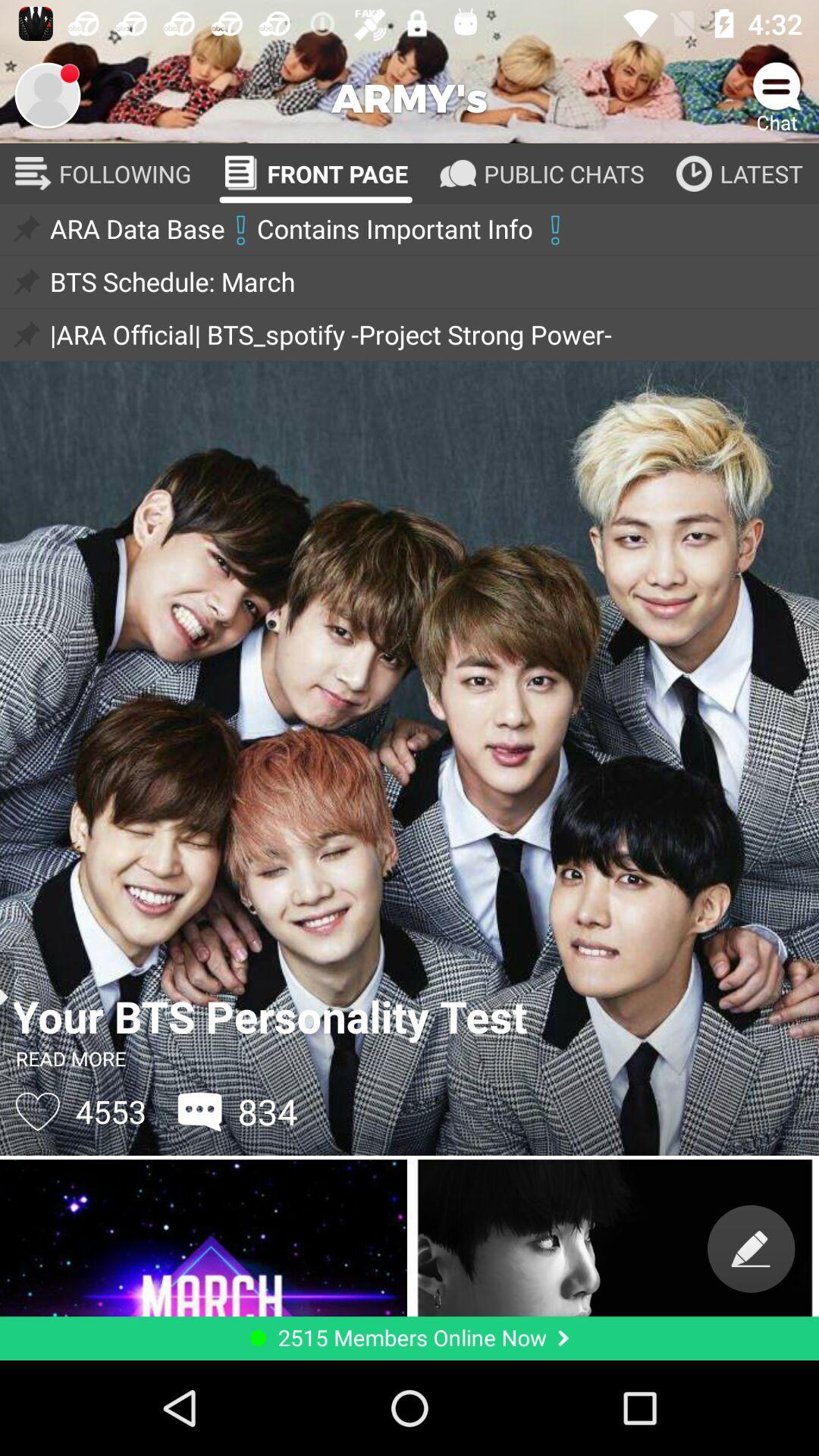 Image resolution: width=819 pixels, height=1456 pixels. I want to click on pen, so click(751, 1248).